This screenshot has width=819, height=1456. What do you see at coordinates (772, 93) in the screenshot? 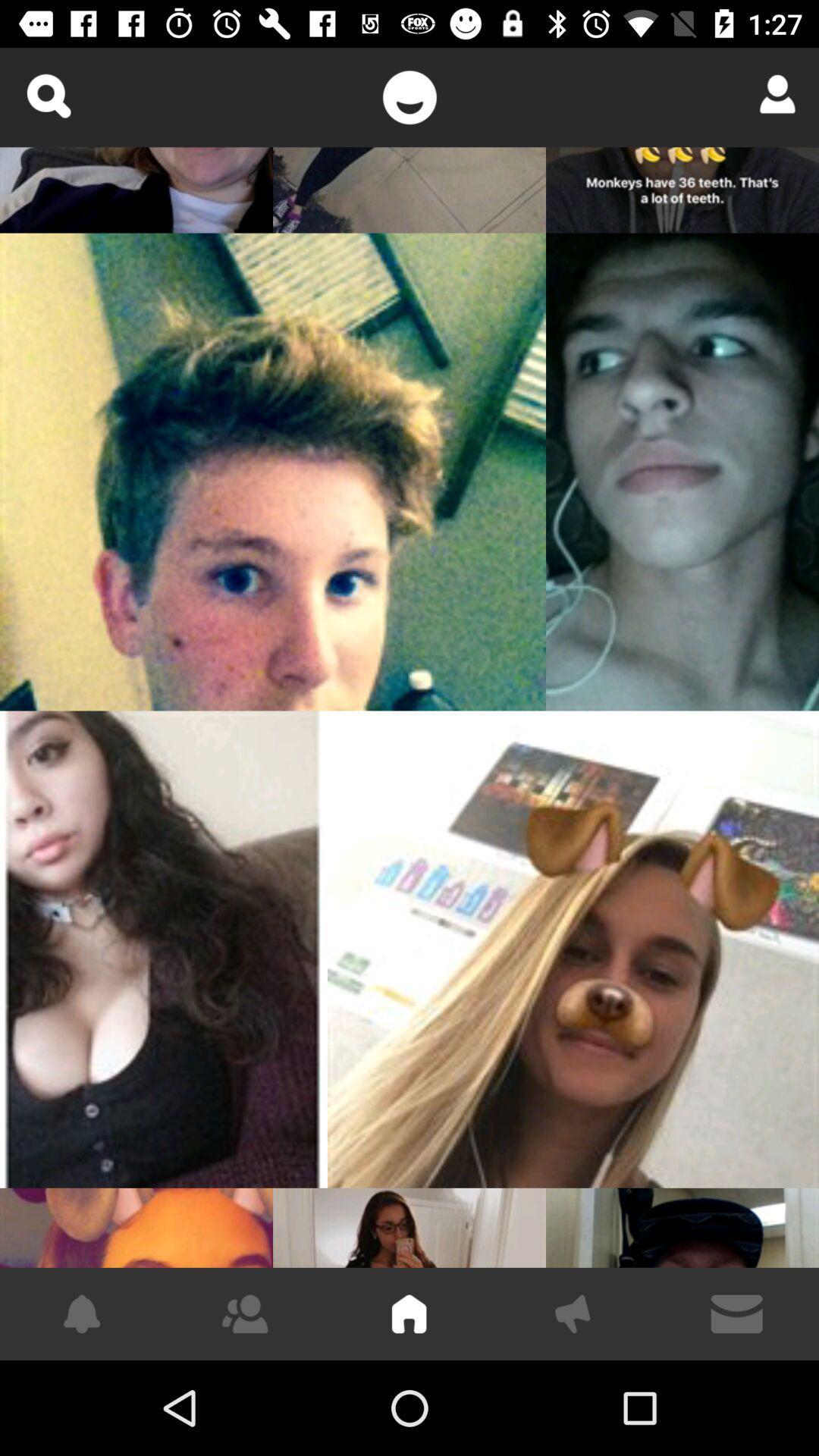
I see `the avatar icon` at bounding box center [772, 93].